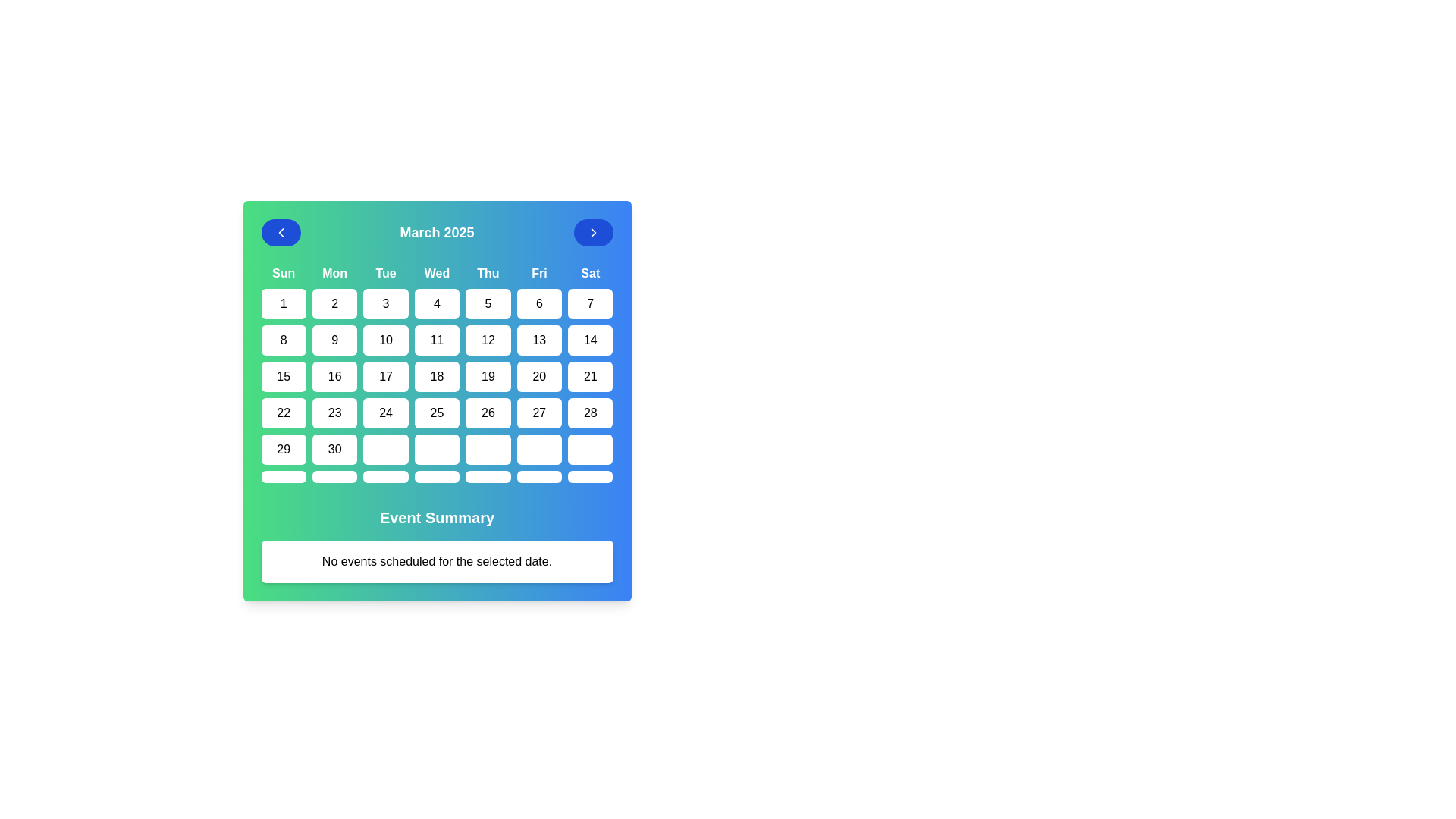 Image resolution: width=1456 pixels, height=819 pixels. Describe the element at coordinates (281, 233) in the screenshot. I see `the button on the top left of the calendar interface` at that location.